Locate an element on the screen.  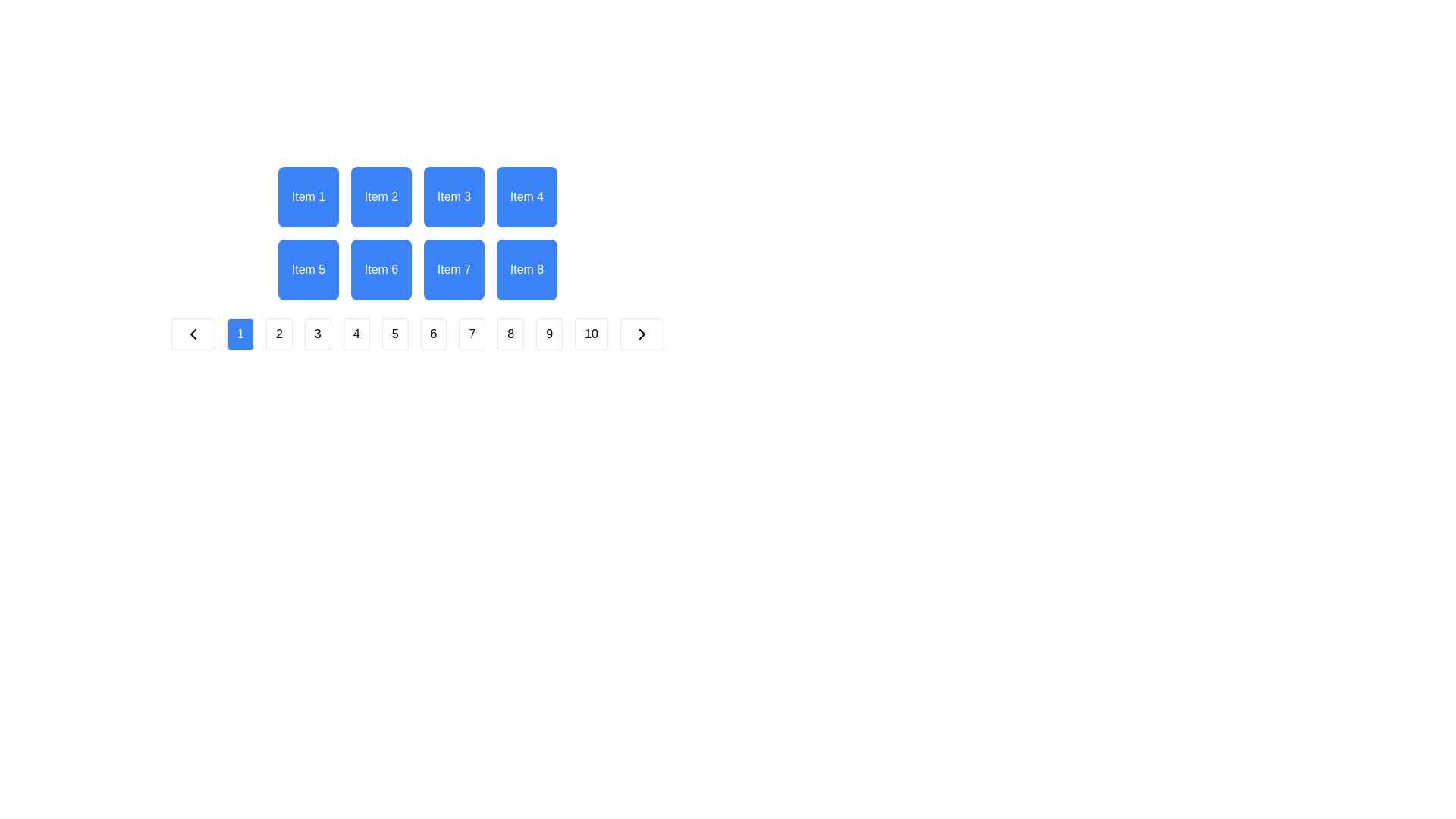
the blue square with rounded corners that contains the text 'Item 3', which is the third item in the first row of a grid layout is located at coordinates (453, 196).